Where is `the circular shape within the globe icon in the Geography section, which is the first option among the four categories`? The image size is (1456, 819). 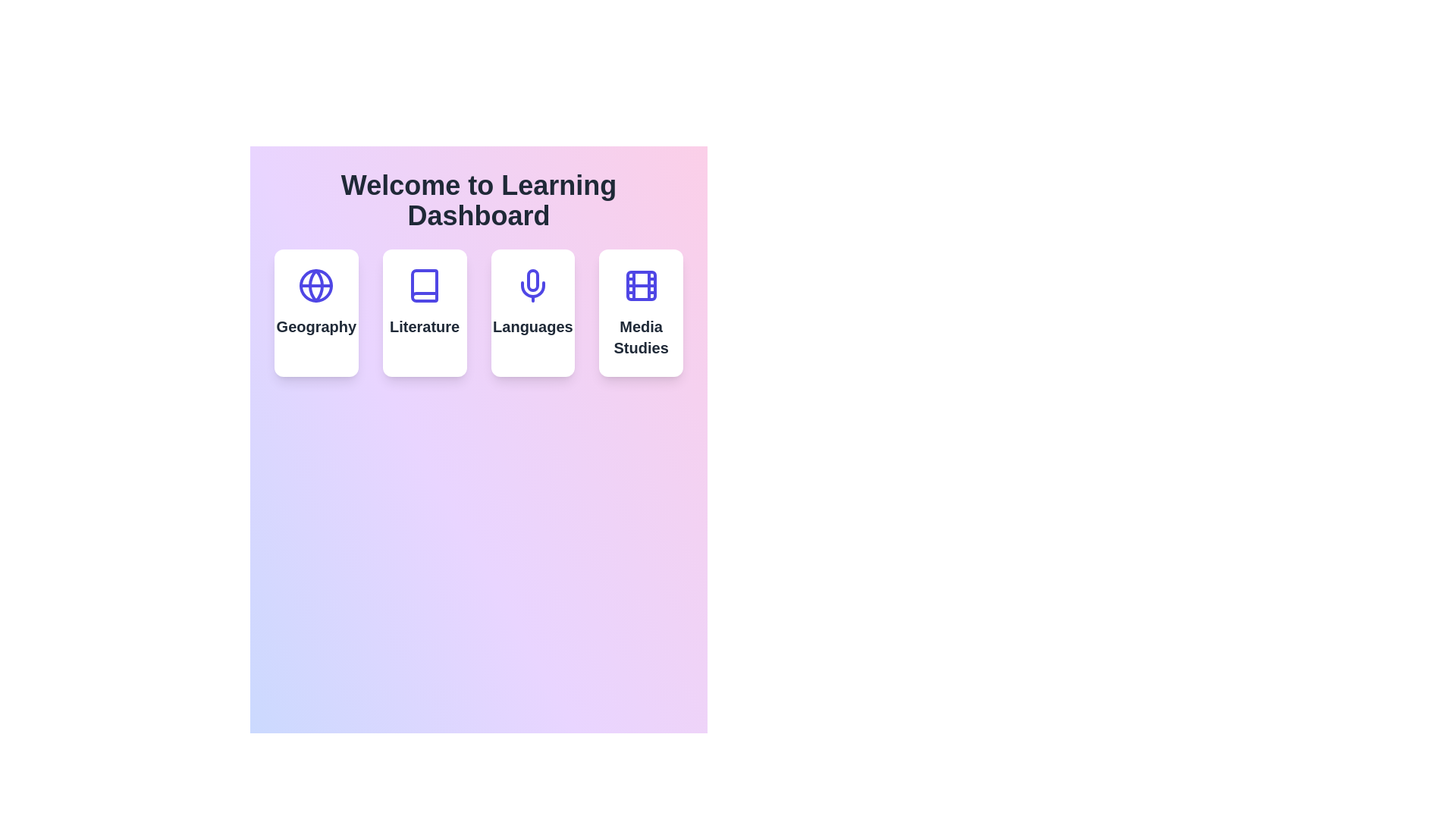
the circular shape within the globe icon in the Geography section, which is the first option among the four categories is located at coordinates (315, 286).